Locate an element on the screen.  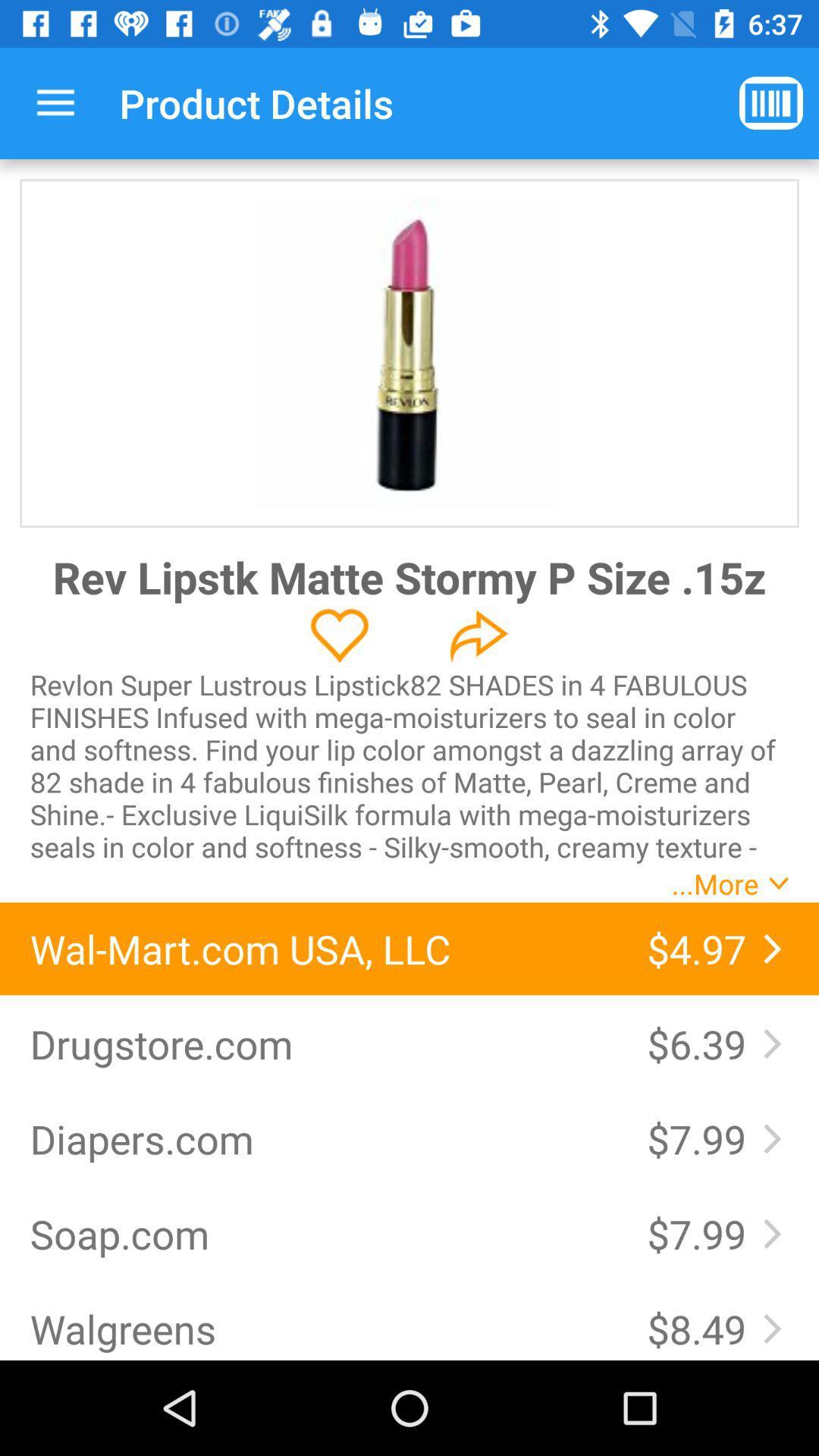
item to the right of the drugstore.com is located at coordinates (701, 1043).